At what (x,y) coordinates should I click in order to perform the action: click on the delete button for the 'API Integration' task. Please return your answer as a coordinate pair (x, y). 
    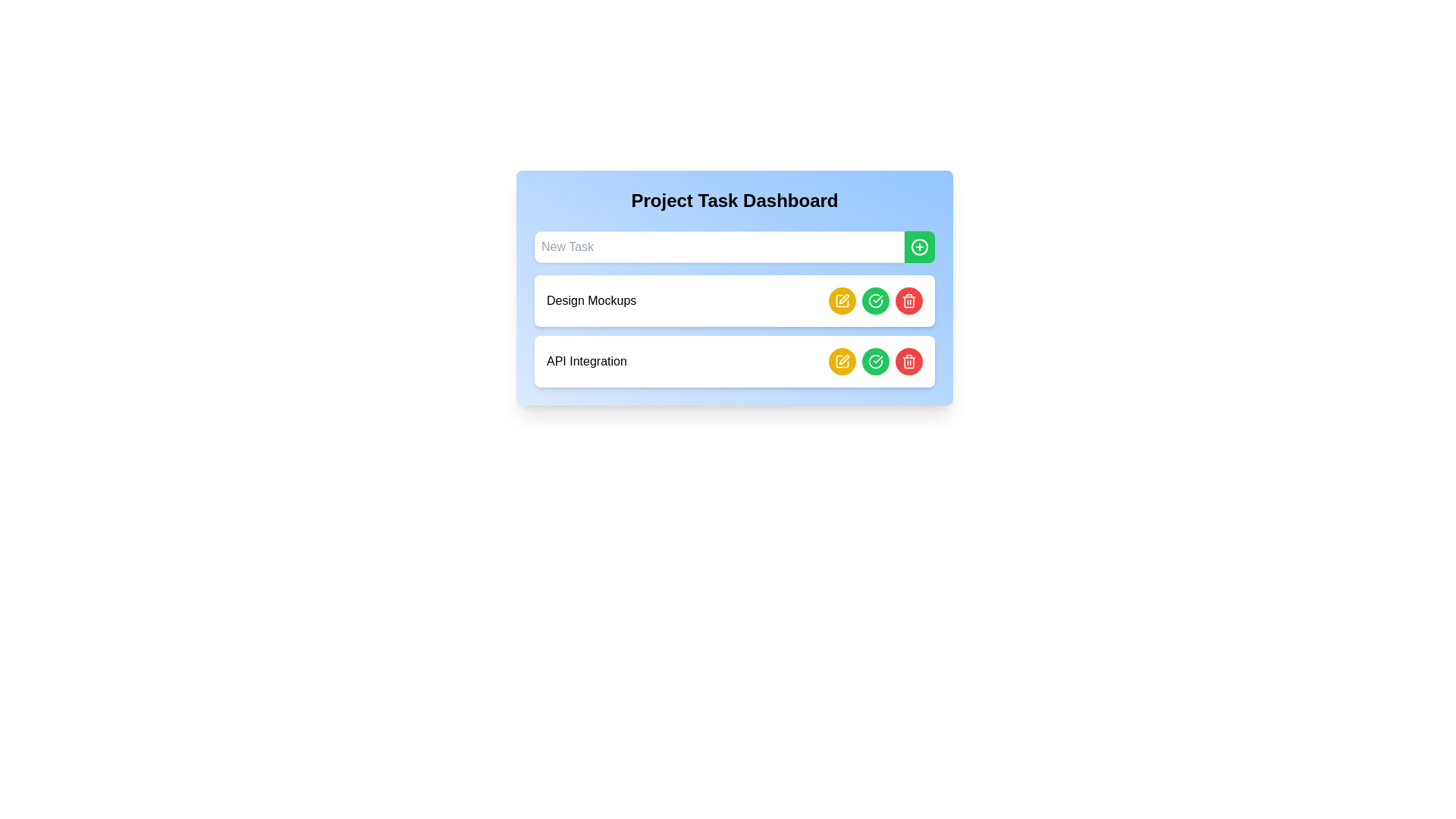
    Looking at the image, I should click on (909, 301).